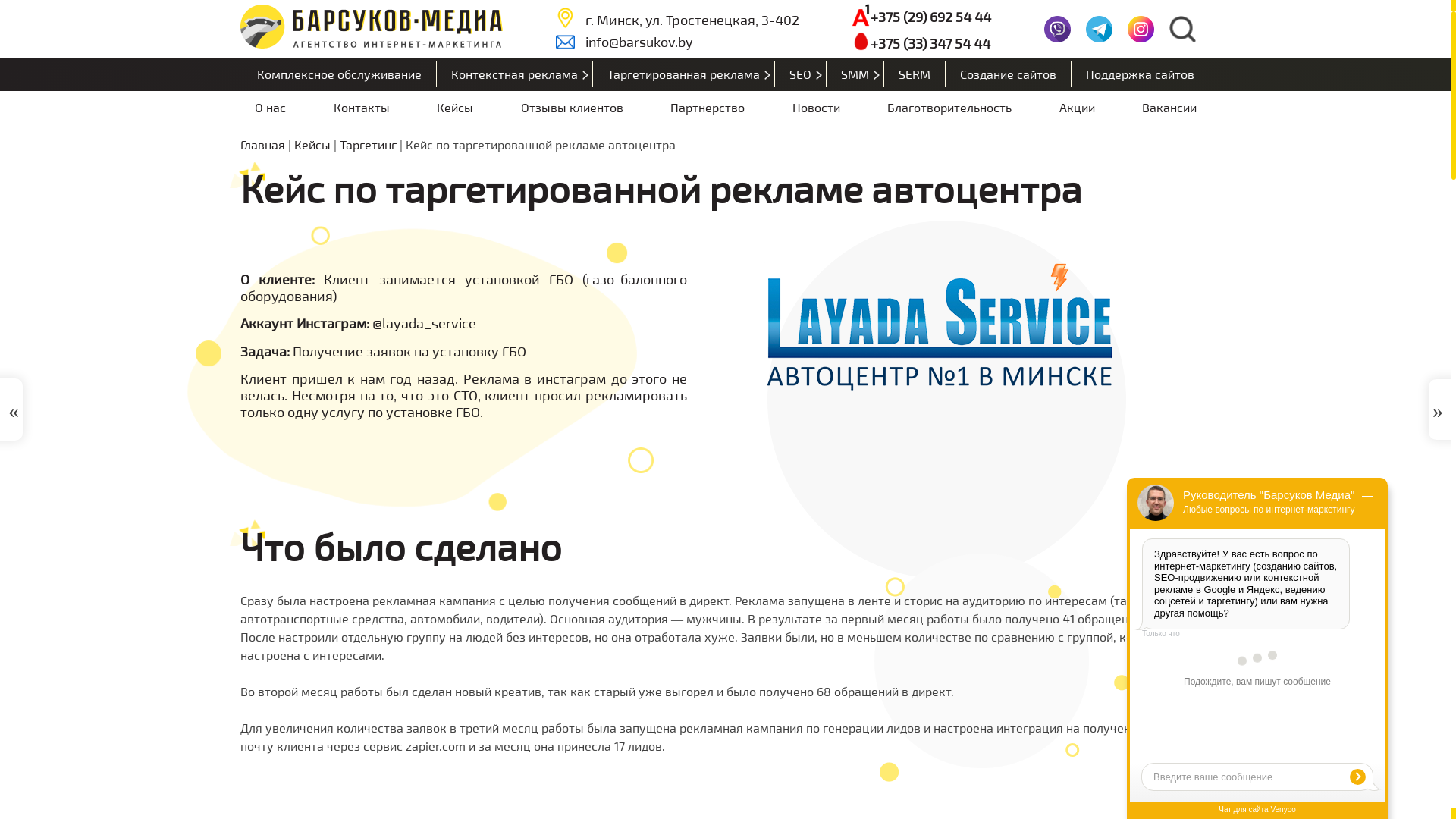 The width and height of the screenshot is (1456, 819). What do you see at coordinates (800, 74) in the screenshot?
I see `'SEO'` at bounding box center [800, 74].